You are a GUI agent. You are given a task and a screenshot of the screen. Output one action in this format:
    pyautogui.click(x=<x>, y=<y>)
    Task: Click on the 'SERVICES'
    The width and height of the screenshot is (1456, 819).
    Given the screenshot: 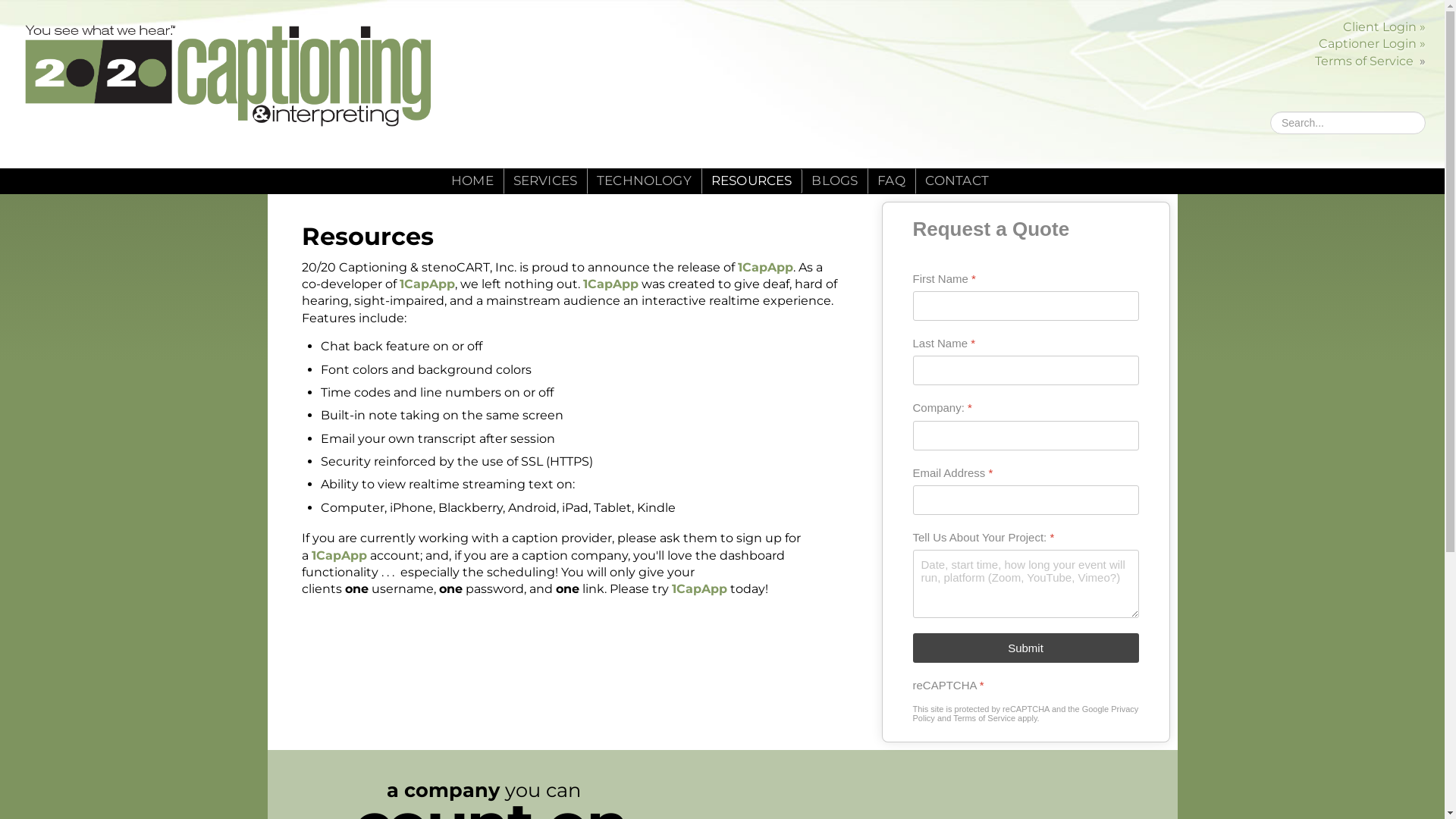 What is the action you would take?
    pyautogui.click(x=545, y=180)
    